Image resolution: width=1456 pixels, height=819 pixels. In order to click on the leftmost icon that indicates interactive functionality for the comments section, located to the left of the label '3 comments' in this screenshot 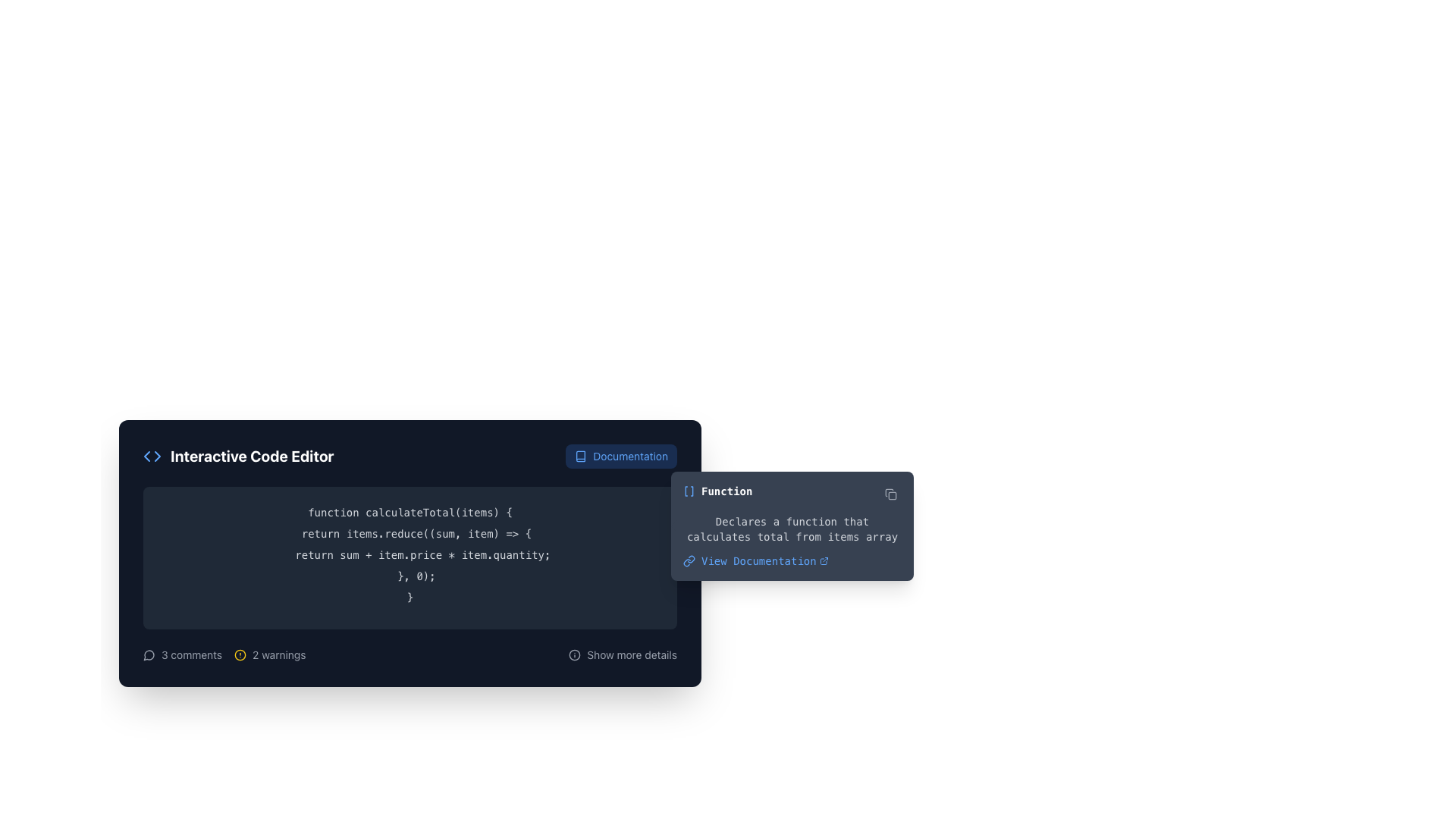, I will do `click(149, 654)`.